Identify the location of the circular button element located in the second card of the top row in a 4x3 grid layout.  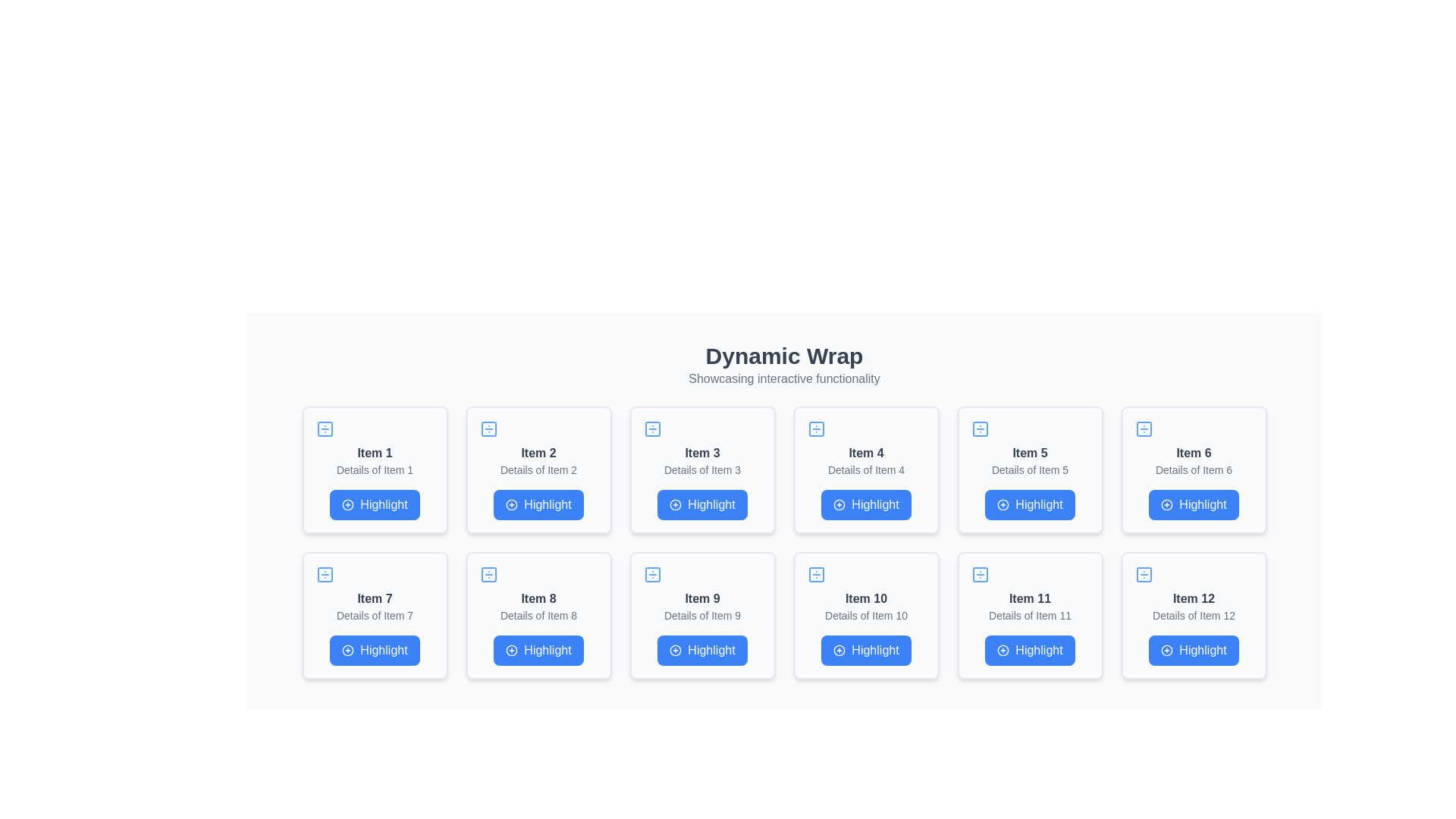
(512, 505).